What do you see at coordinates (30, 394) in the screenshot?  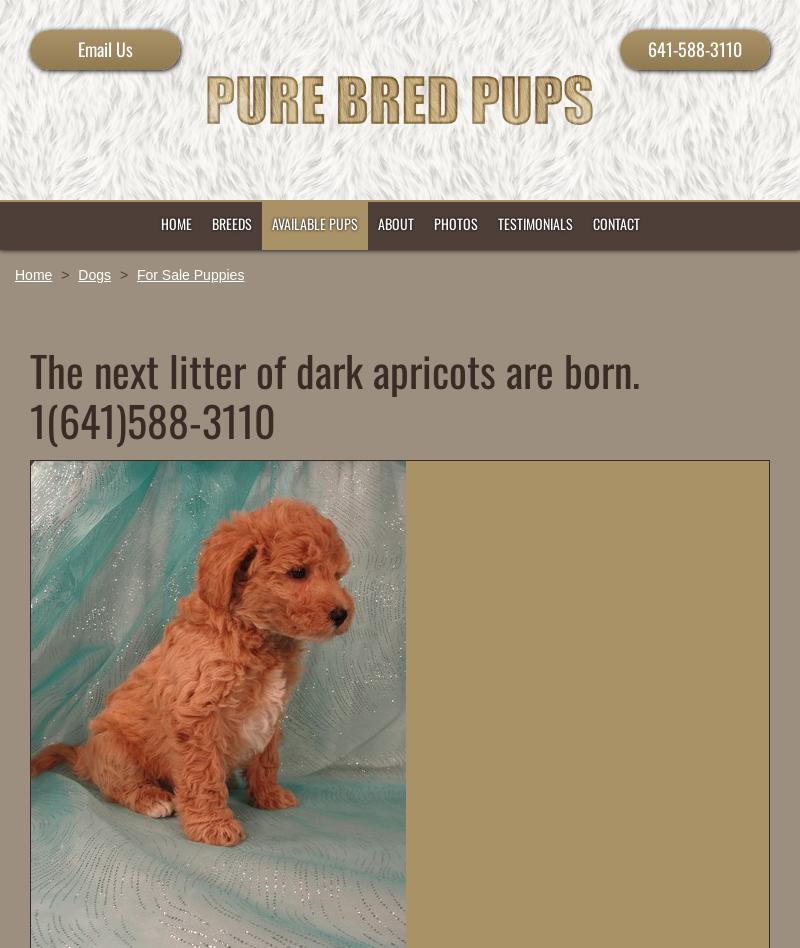 I see `'The next litter of dark apricots are born.  1(641)588-3110'` at bounding box center [30, 394].